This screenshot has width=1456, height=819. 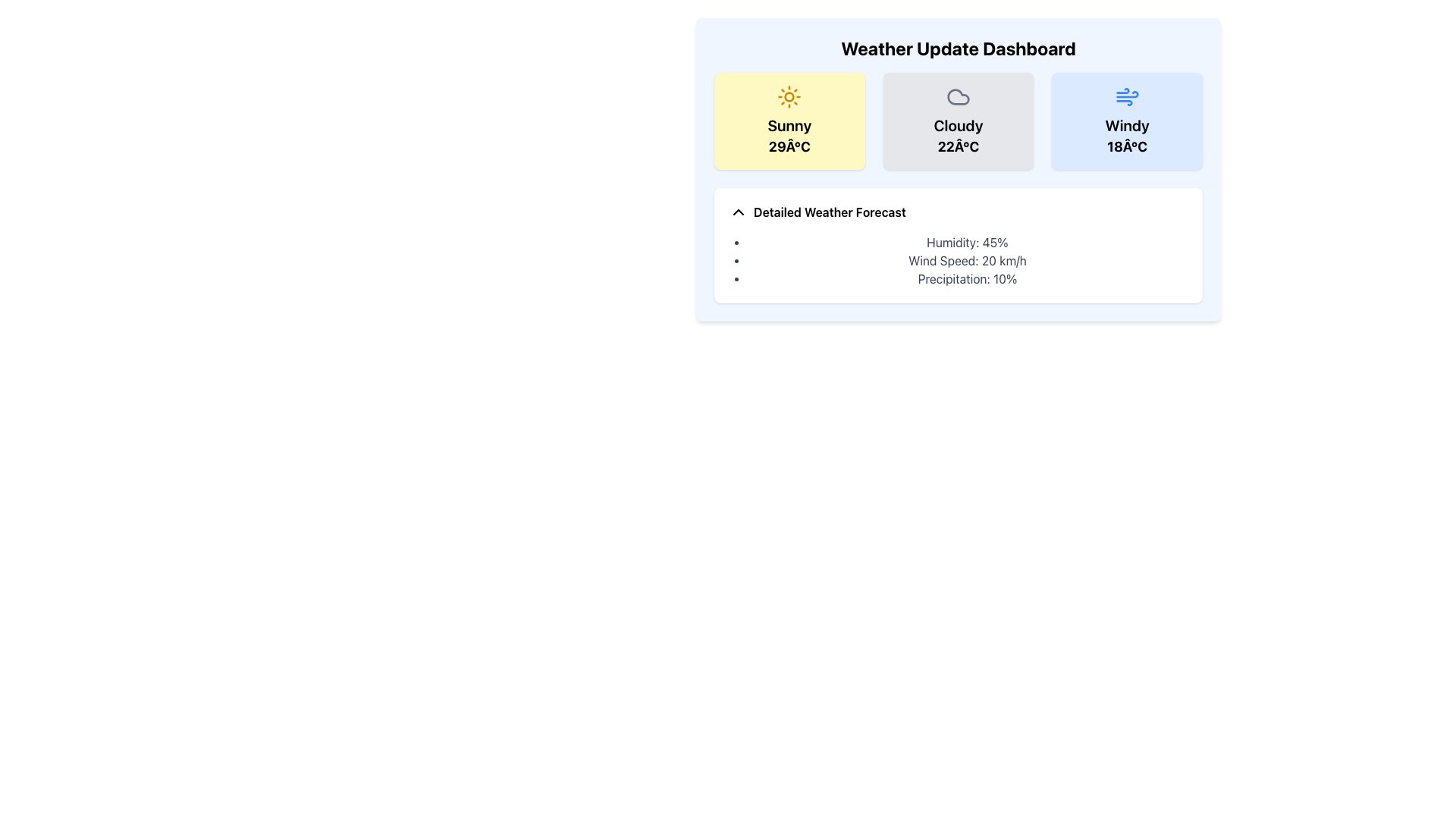 I want to click on the sun icon located at the top-center of the 'Sunny 29°C' weather card, which is styled with a yellow color and has radiating lines, so click(x=789, y=96).